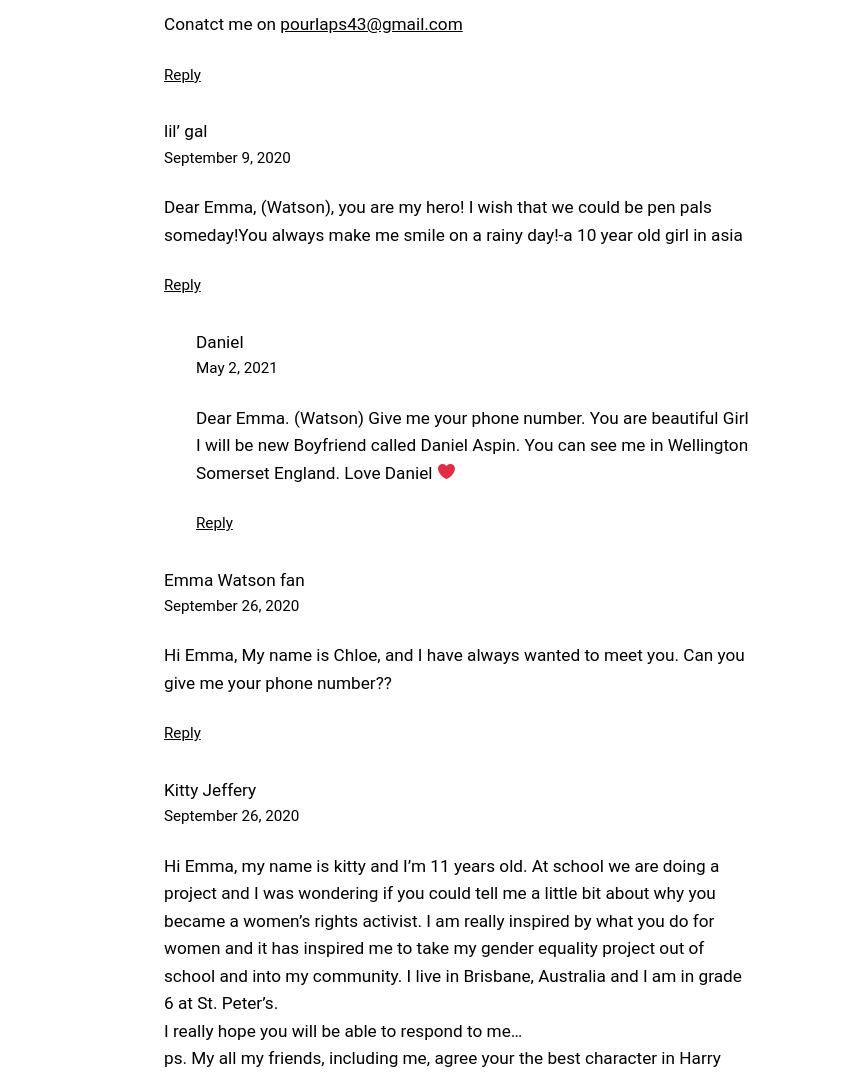  Describe the element at coordinates (451, 933) in the screenshot. I see `'Hi Emma, my name is kitty and I’m 11 years old. At school we are doing a project and I was wondering if you could tell me a little bit about why you became a women’s rights activist. I am really inspired by what you do for women and it has inspired me to take my gender equality project out of school and into my community. I live in Brisbane, Australia and I am in grade 6 at St. Peter’s.'` at that location.